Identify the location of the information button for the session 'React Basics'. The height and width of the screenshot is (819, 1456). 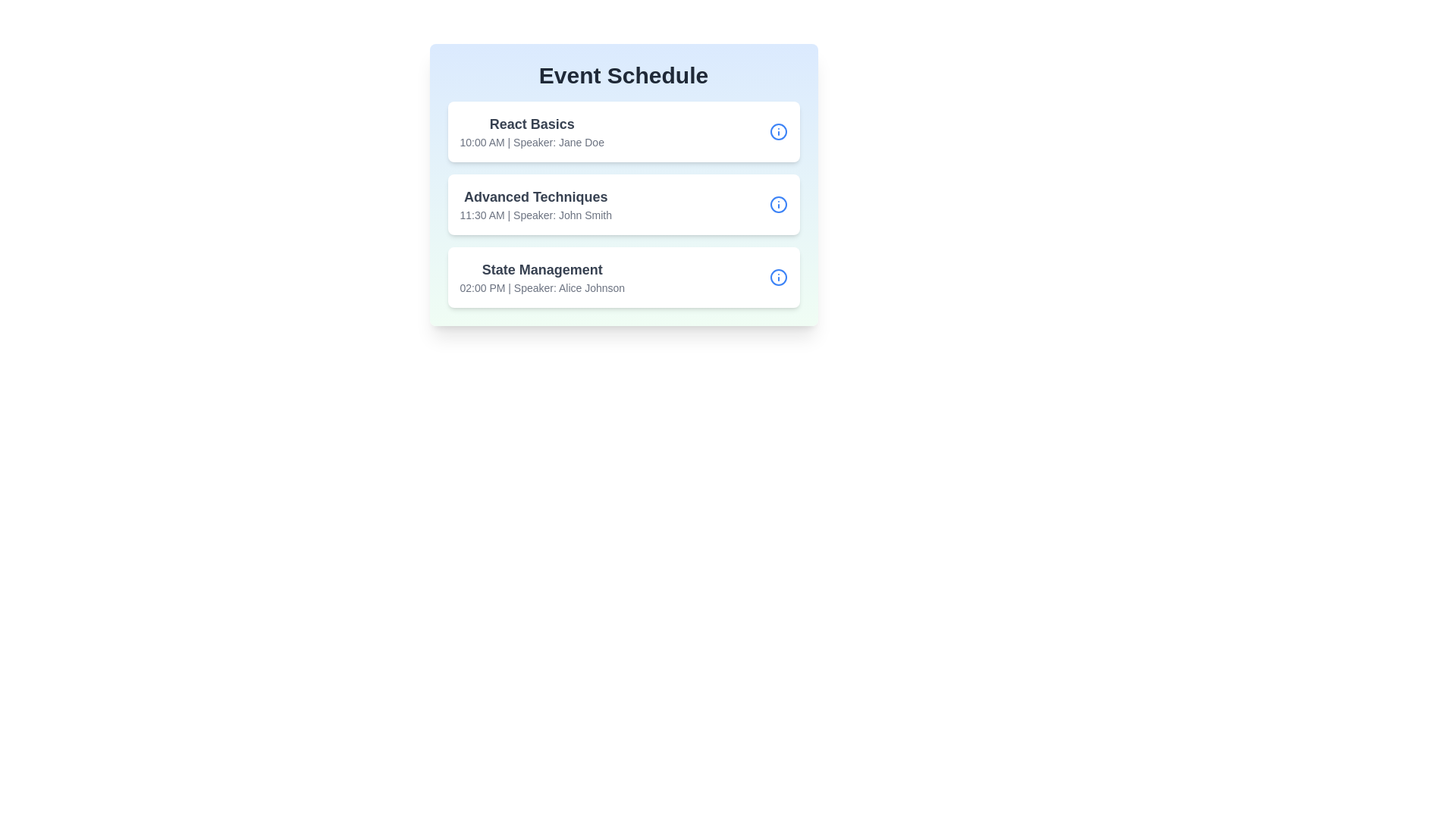
(778, 130).